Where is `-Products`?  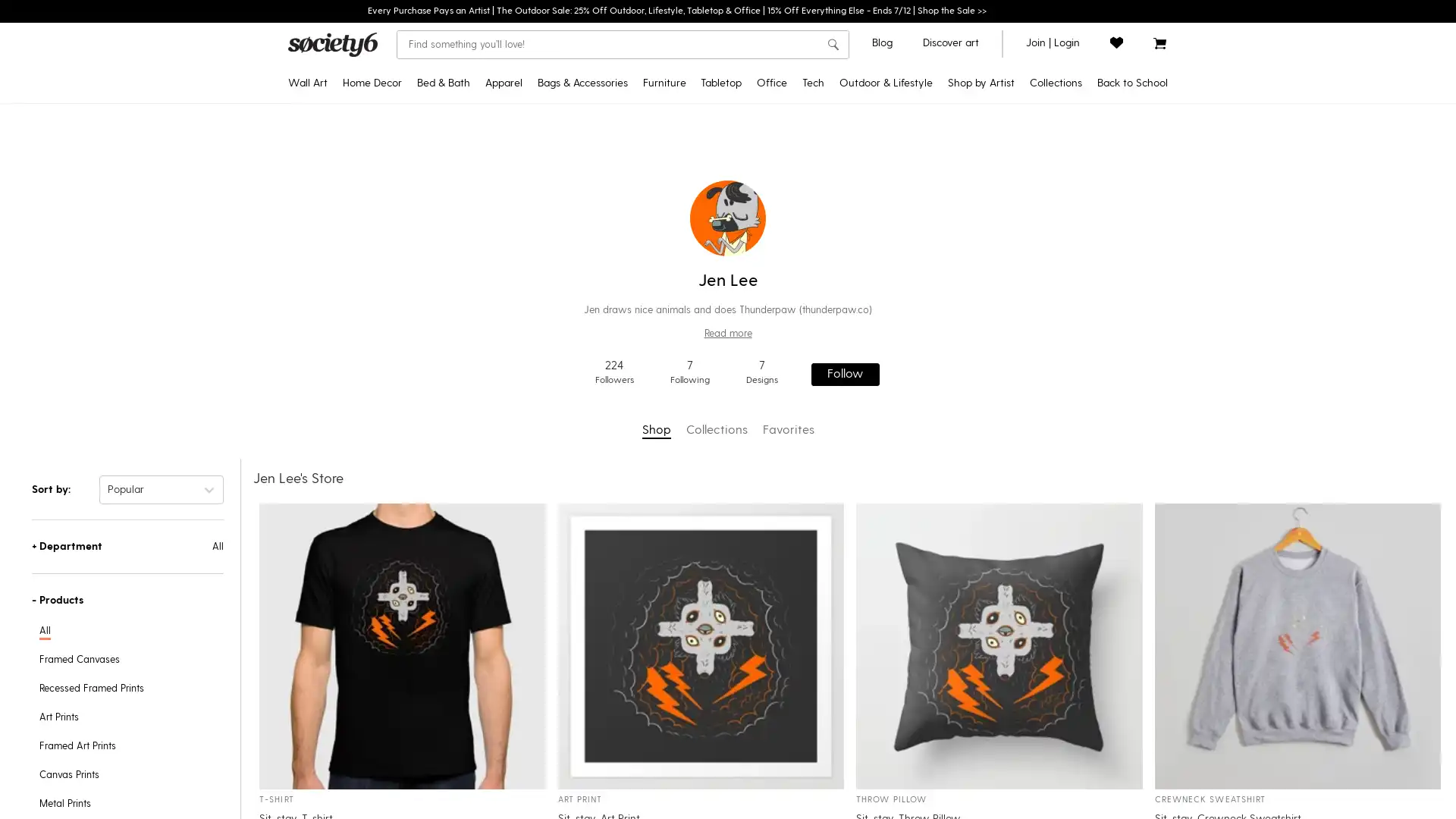 -Products is located at coordinates (127, 598).